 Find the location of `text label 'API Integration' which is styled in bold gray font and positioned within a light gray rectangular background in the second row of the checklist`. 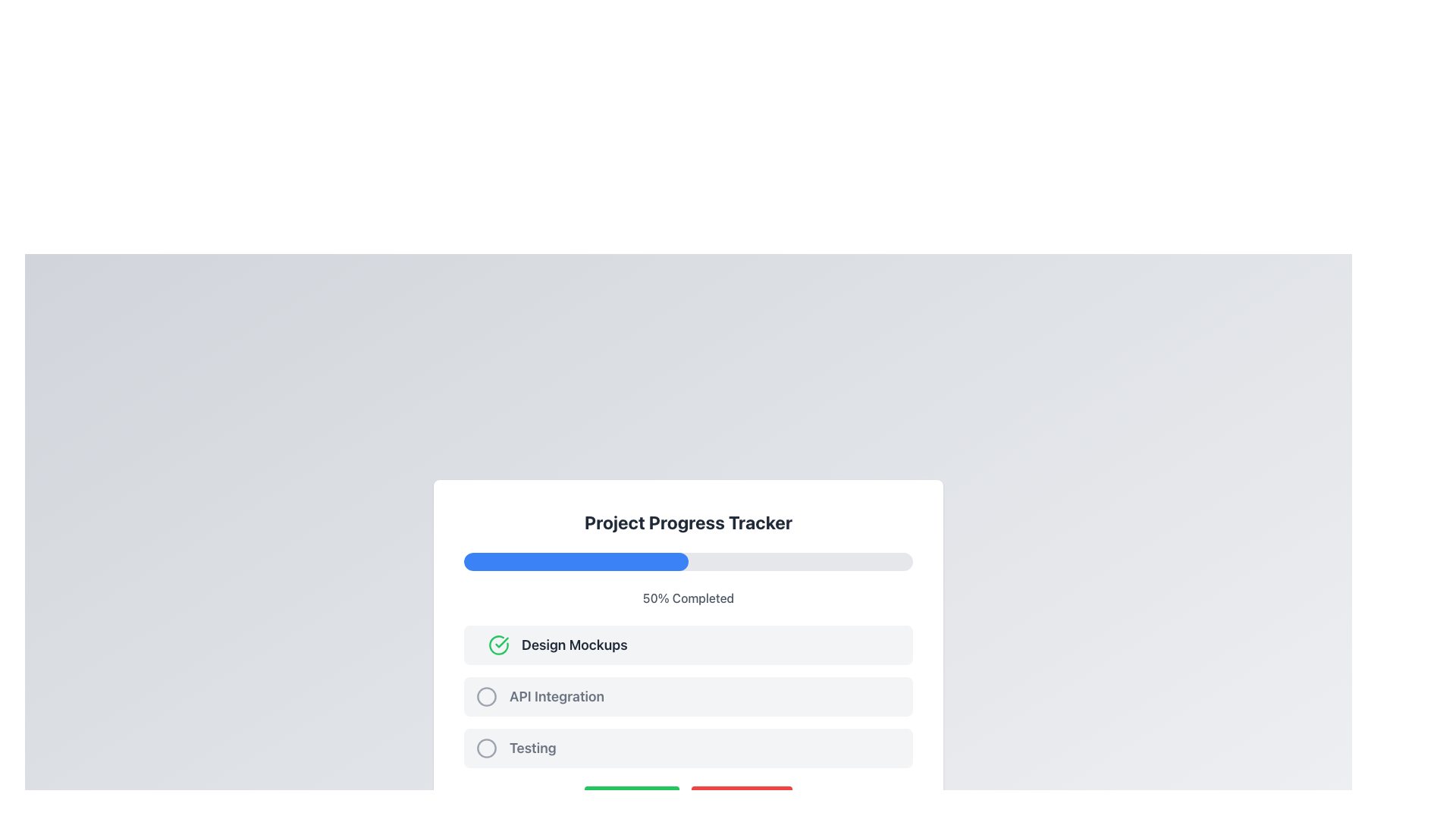

text label 'API Integration' which is styled in bold gray font and positioned within a light gray rectangular background in the second row of the checklist is located at coordinates (556, 696).